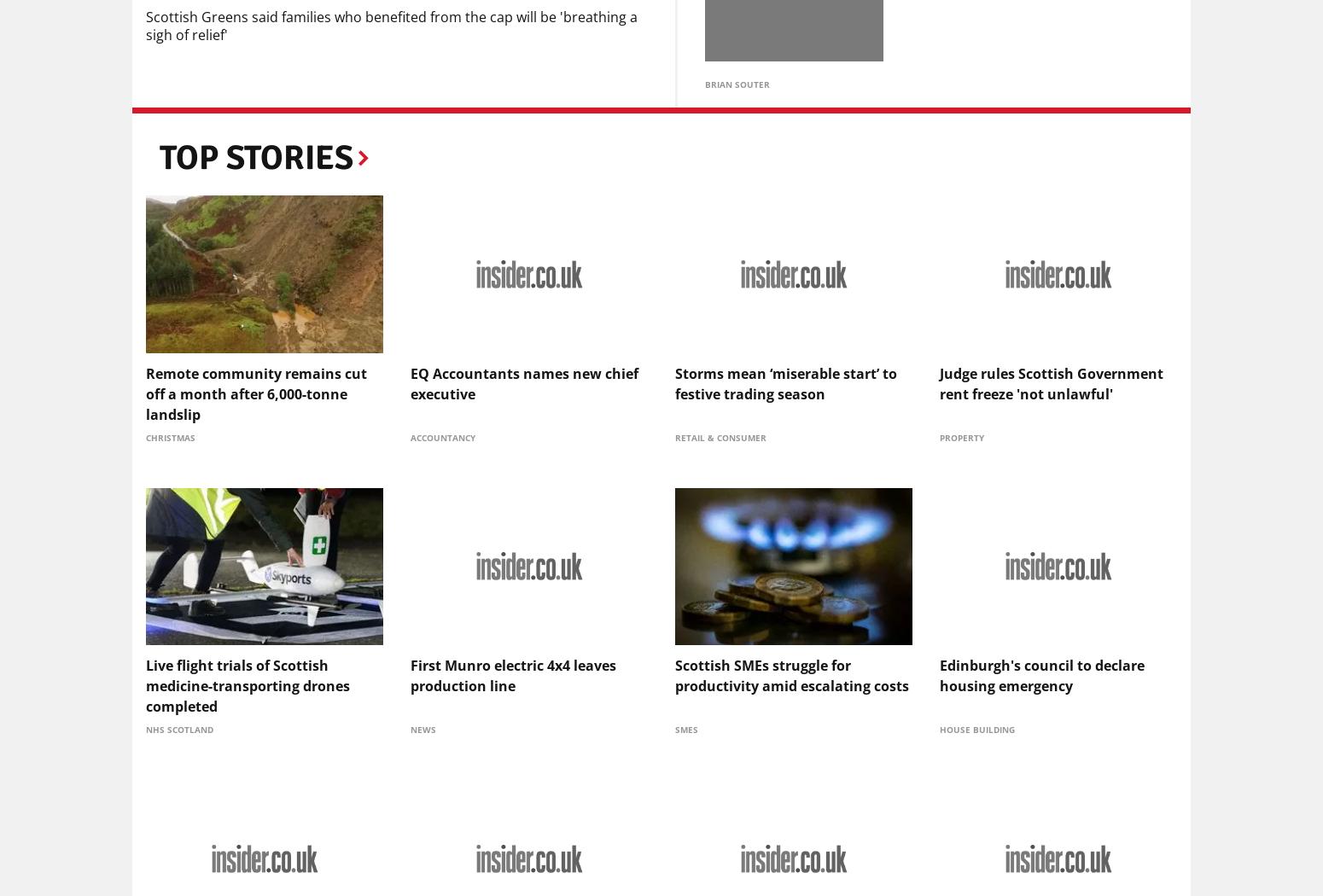 The image size is (1323, 896). I want to click on 'Brian Souter', so click(703, 84).